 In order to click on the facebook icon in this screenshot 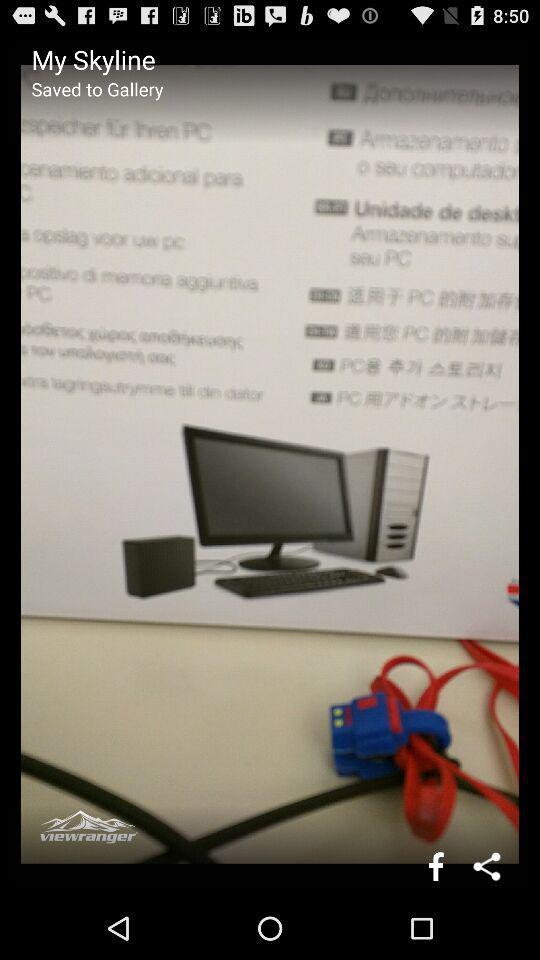, I will do `click(435, 927)`.